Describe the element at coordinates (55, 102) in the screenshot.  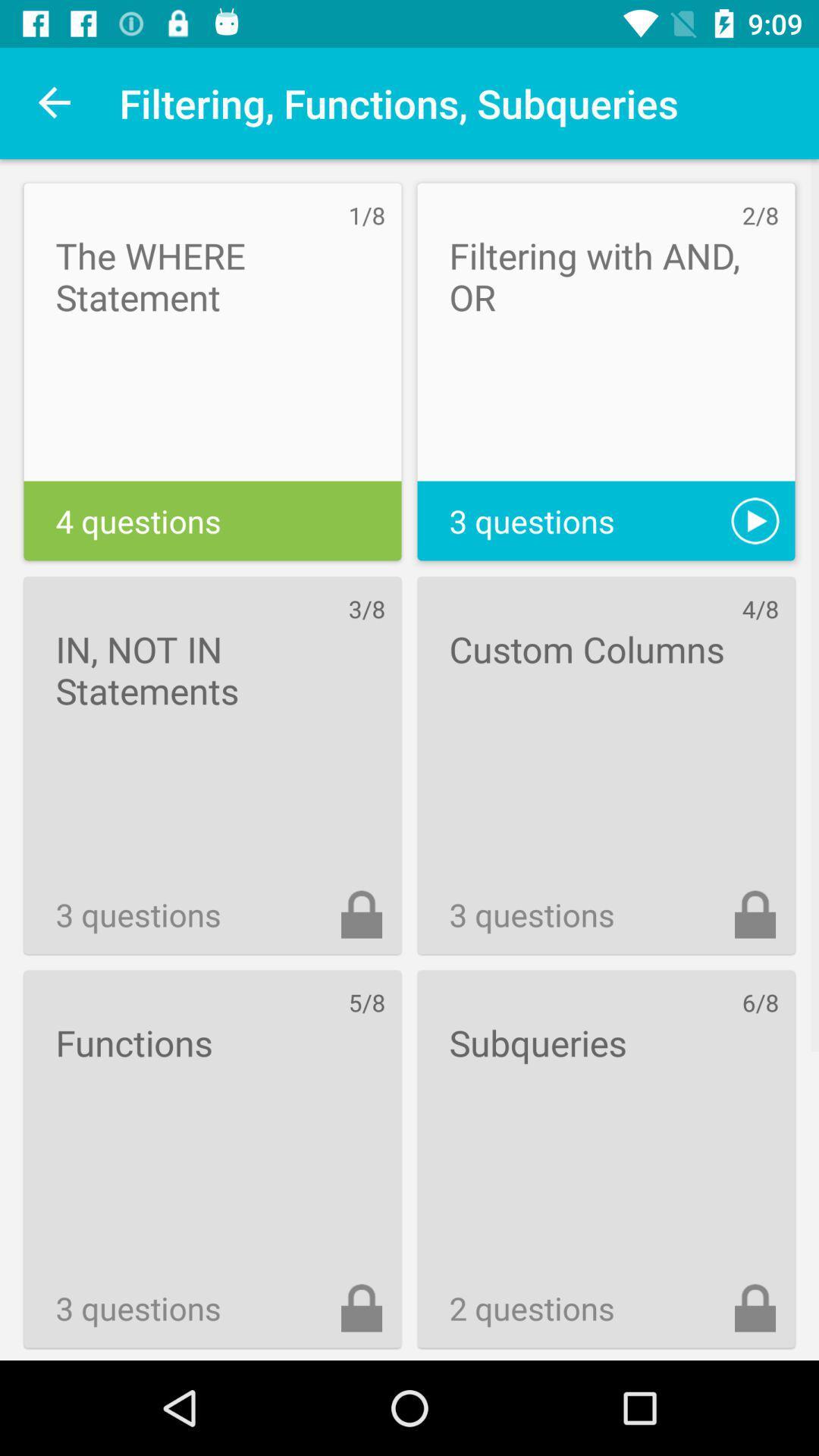
I see `item to the left of the filtering, functions, subqueries item` at that location.